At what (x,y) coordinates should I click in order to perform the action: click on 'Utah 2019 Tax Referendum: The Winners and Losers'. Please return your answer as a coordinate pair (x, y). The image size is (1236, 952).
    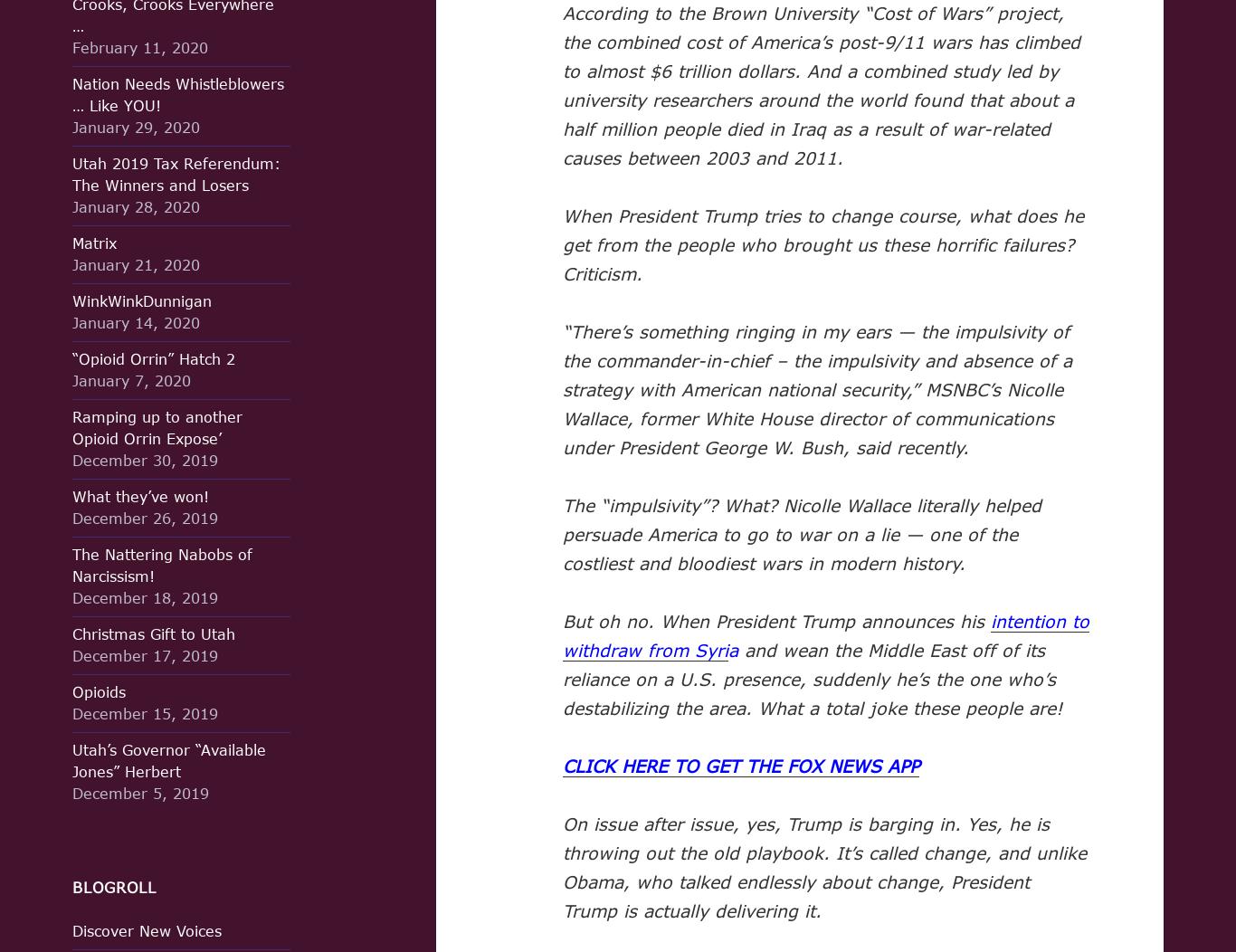
    Looking at the image, I should click on (72, 174).